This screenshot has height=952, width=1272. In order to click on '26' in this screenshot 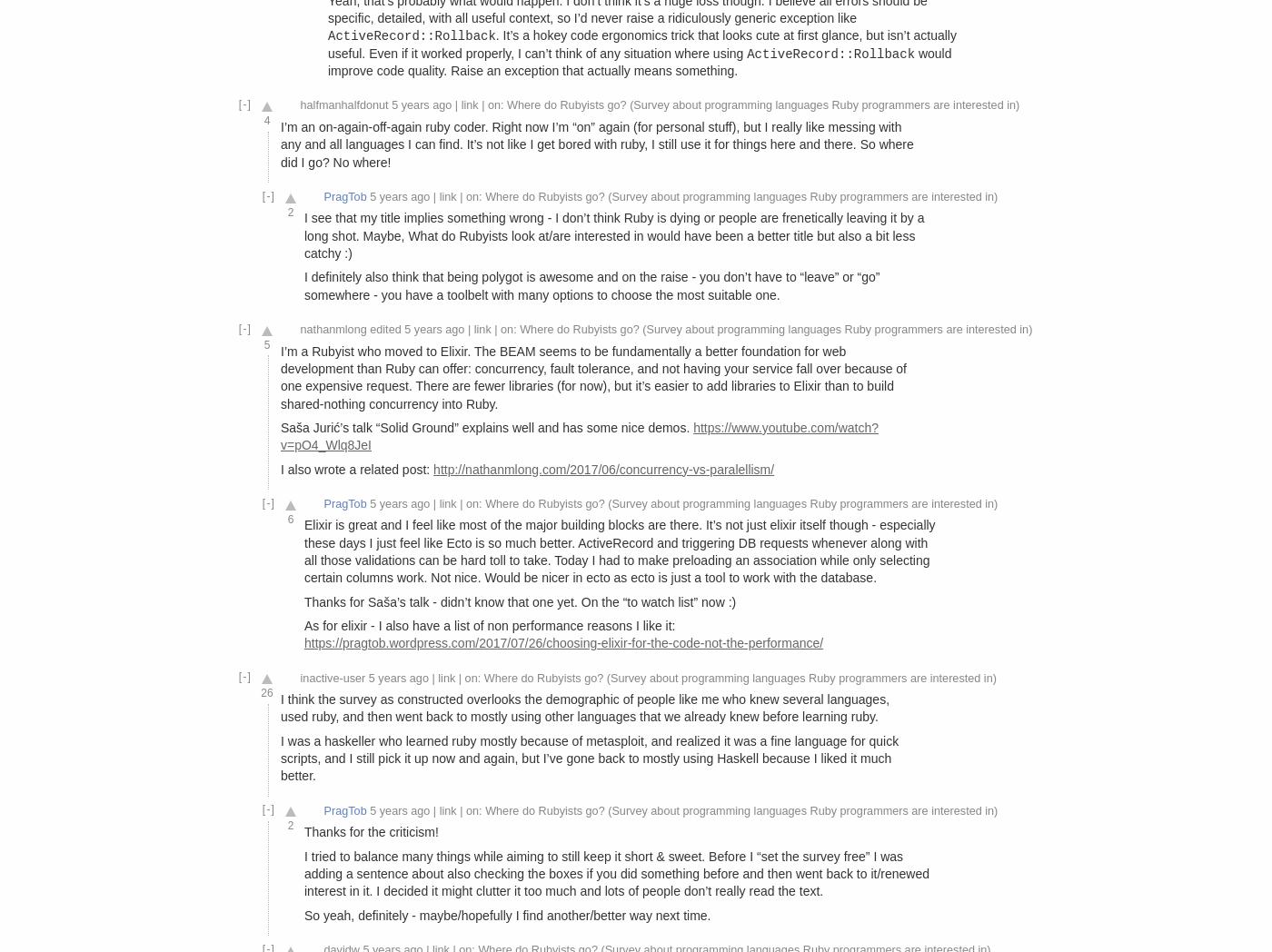, I will do `click(266, 693)`.